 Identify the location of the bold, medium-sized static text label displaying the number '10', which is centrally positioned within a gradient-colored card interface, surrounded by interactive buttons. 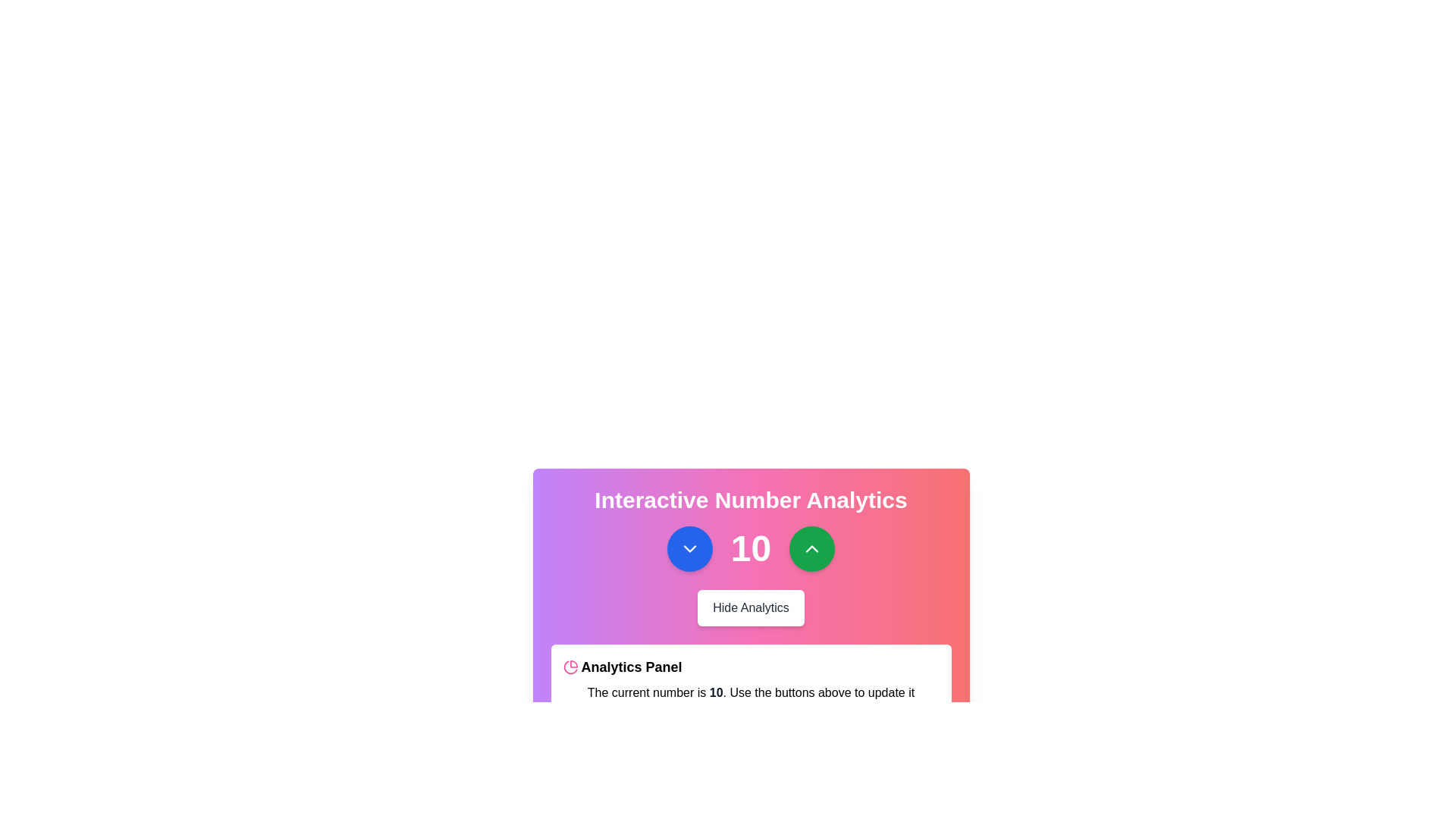
(715, 692).